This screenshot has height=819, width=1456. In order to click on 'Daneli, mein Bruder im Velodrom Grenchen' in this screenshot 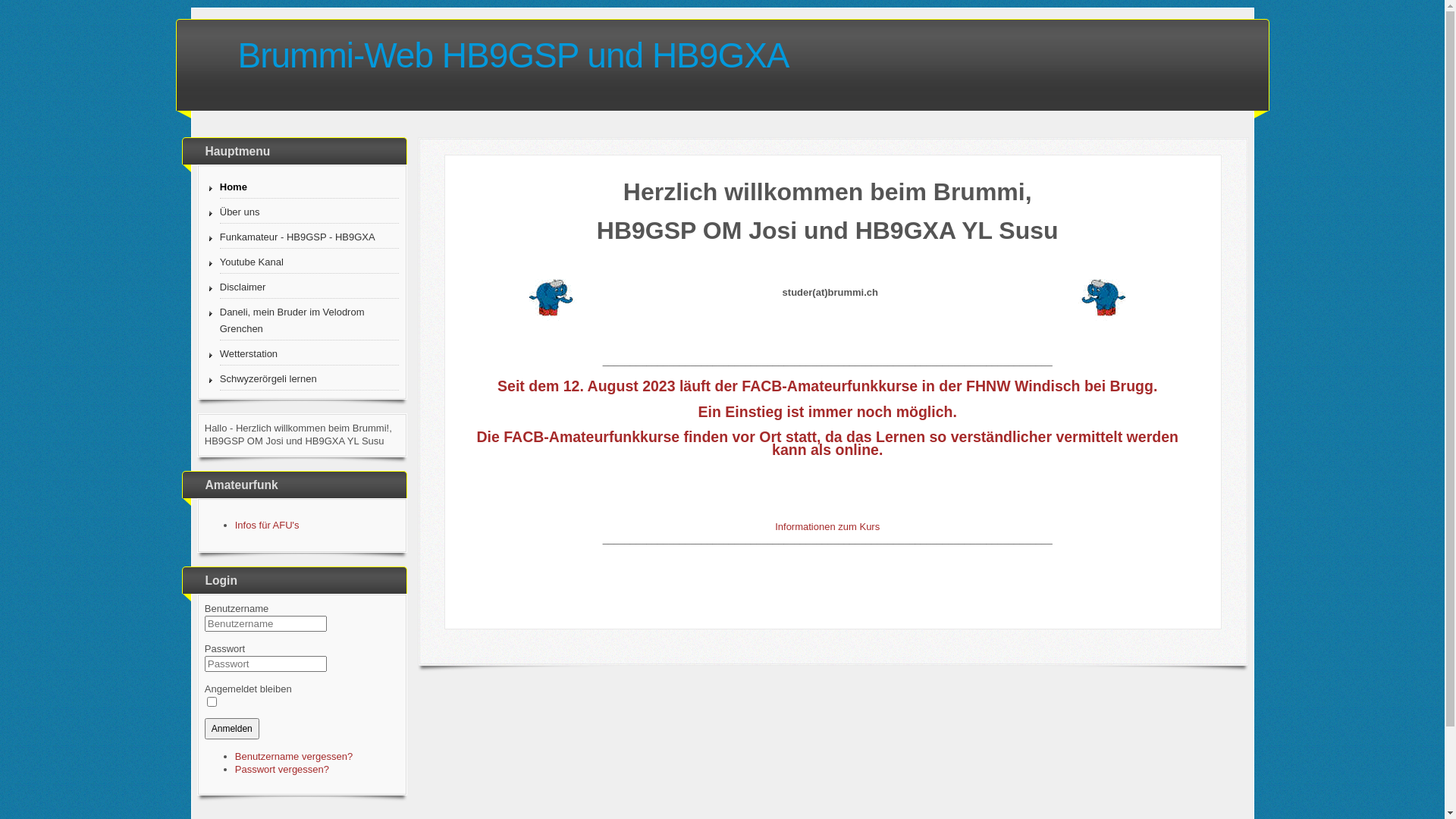, I will do `click(218, 320)`.